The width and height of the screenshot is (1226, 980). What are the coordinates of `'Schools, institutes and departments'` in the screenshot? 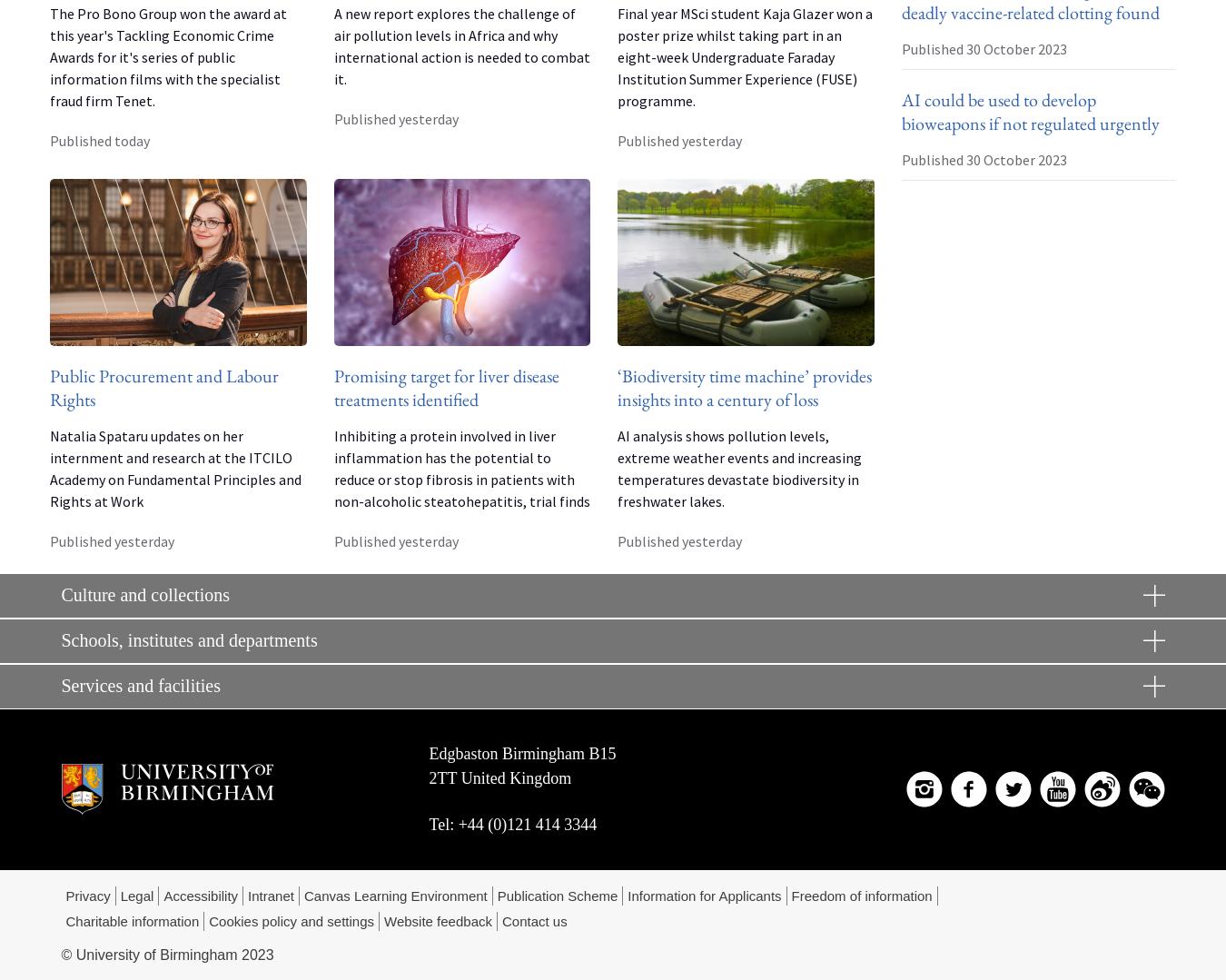 It's located at (59, 640).